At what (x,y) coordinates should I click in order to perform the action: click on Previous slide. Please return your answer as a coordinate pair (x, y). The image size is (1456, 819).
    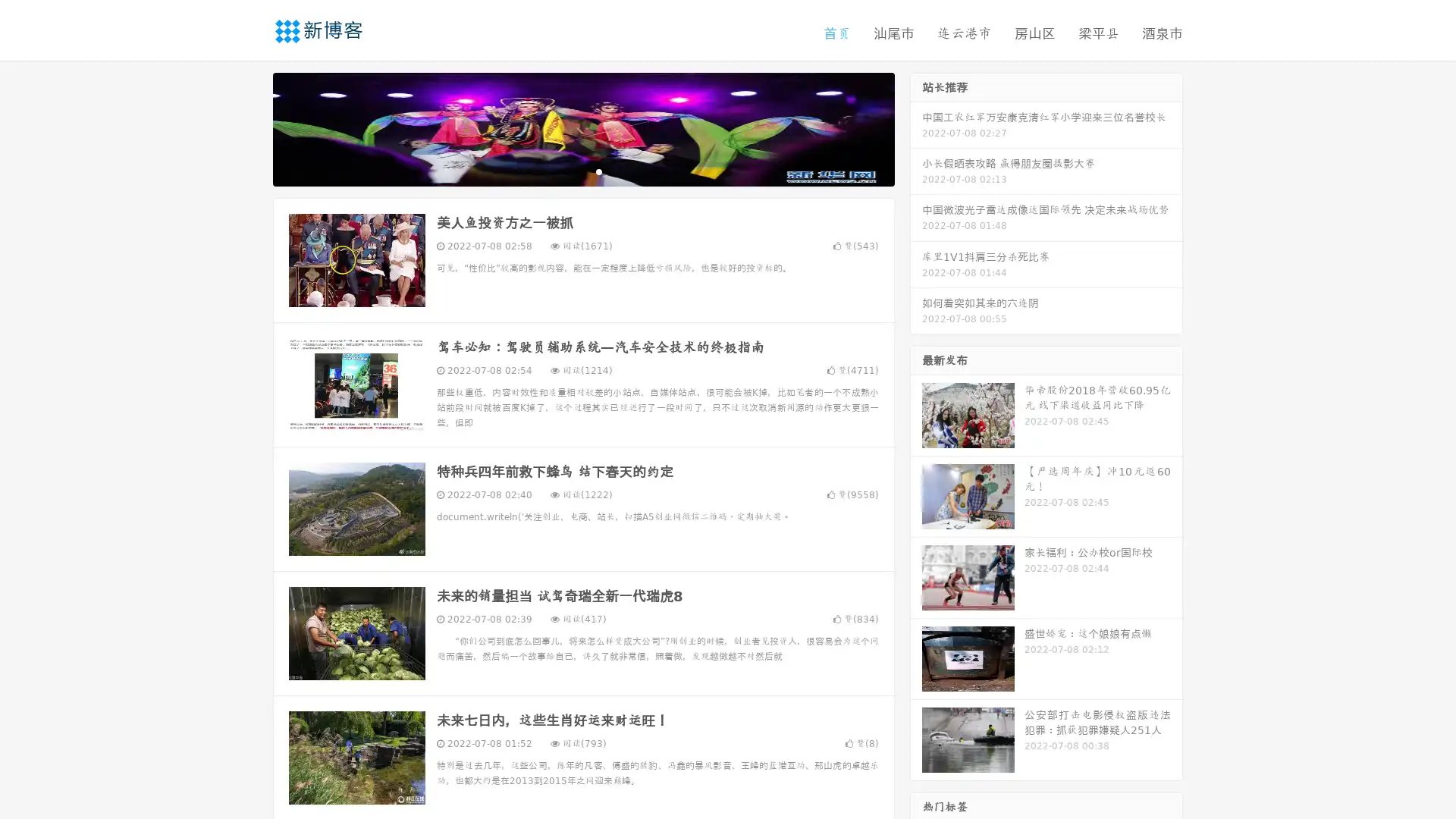
    Looking at the image, I should click on (250, 127).